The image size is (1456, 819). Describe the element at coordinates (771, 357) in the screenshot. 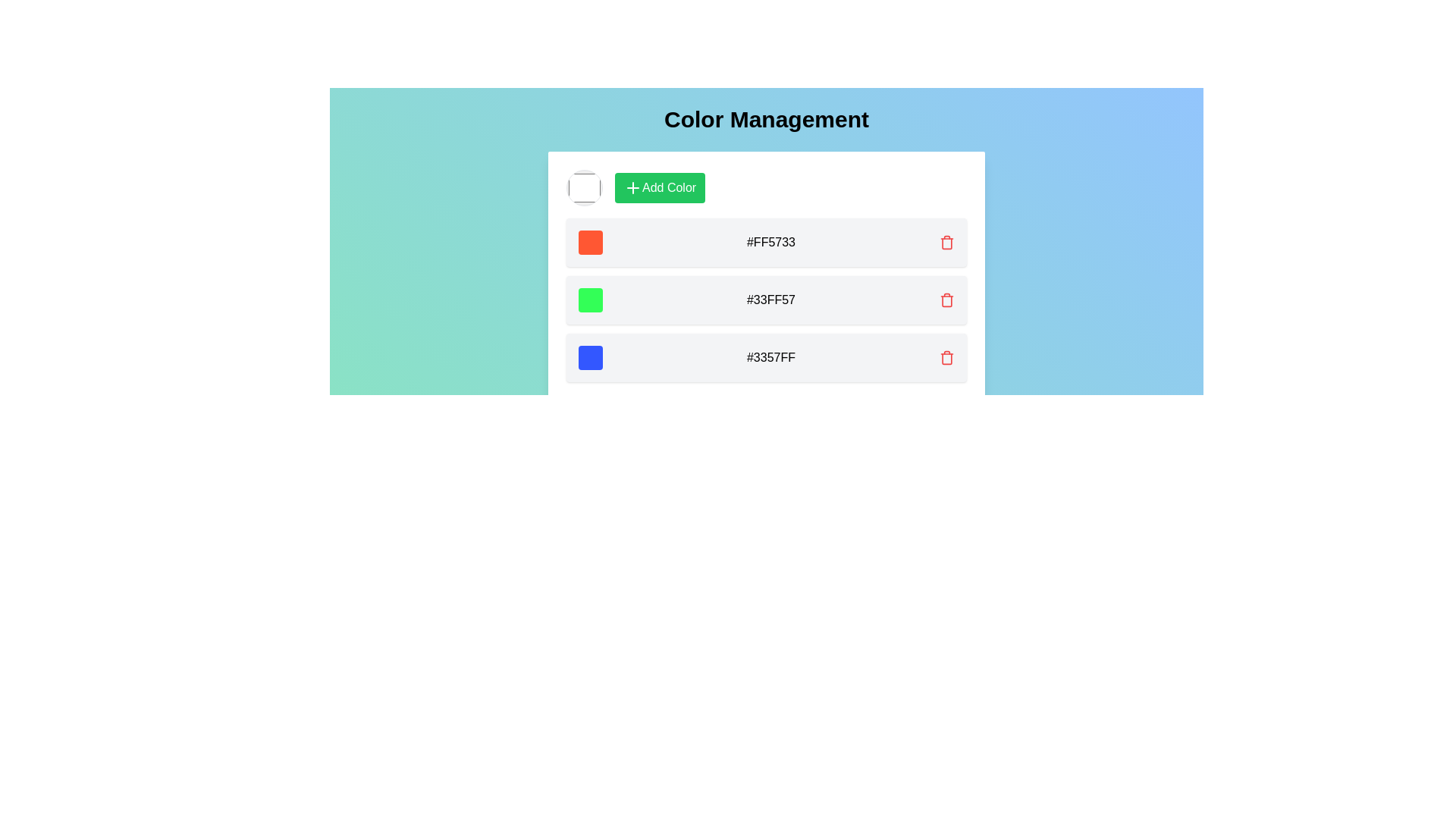

I see `the text display element that shows the hexadecimal color code, positioned between a blue color swatch and a red trash icon, representing the third color entry from the top` at that location.